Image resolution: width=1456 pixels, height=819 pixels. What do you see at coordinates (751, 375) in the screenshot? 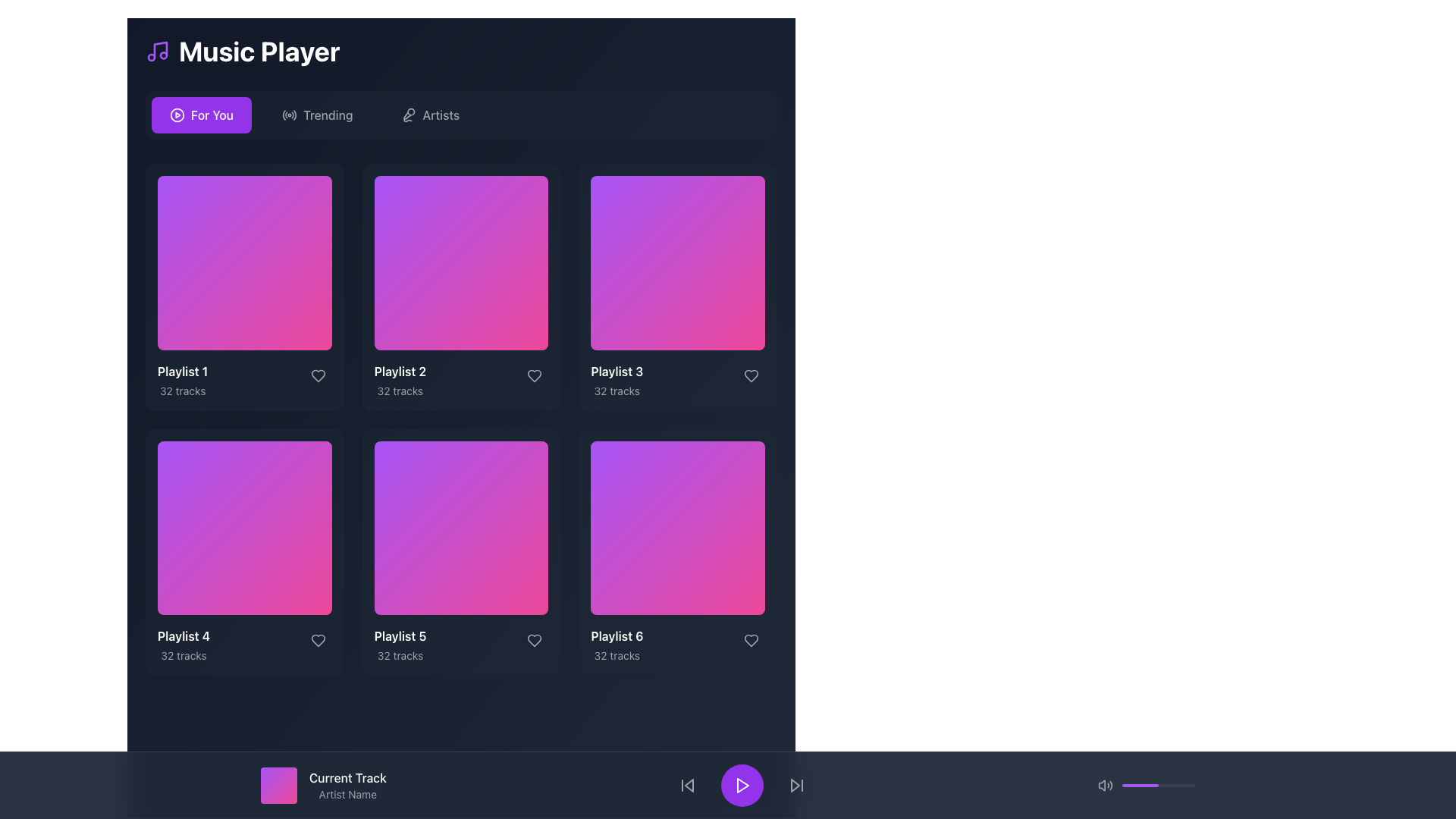
I see `the heart-shaped icon located at the bottom-right corner of the third playlist card in the top row of the music player to mark the playlist as a favorite` at bounding box center [751, 375].